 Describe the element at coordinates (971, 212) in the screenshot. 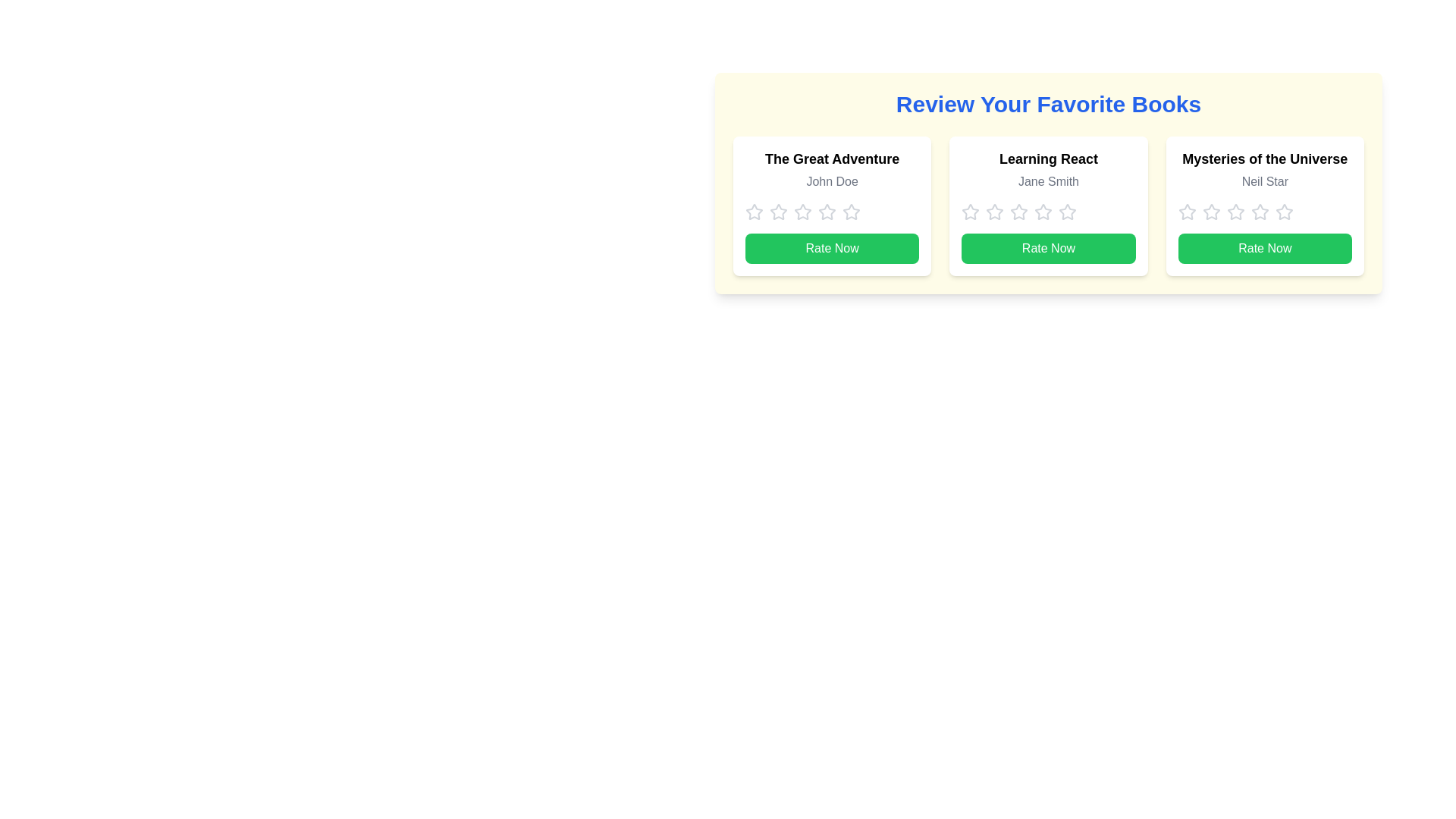

I see `the Star rating icon button located at the center of the second card titled 'Learning React'` at that location.